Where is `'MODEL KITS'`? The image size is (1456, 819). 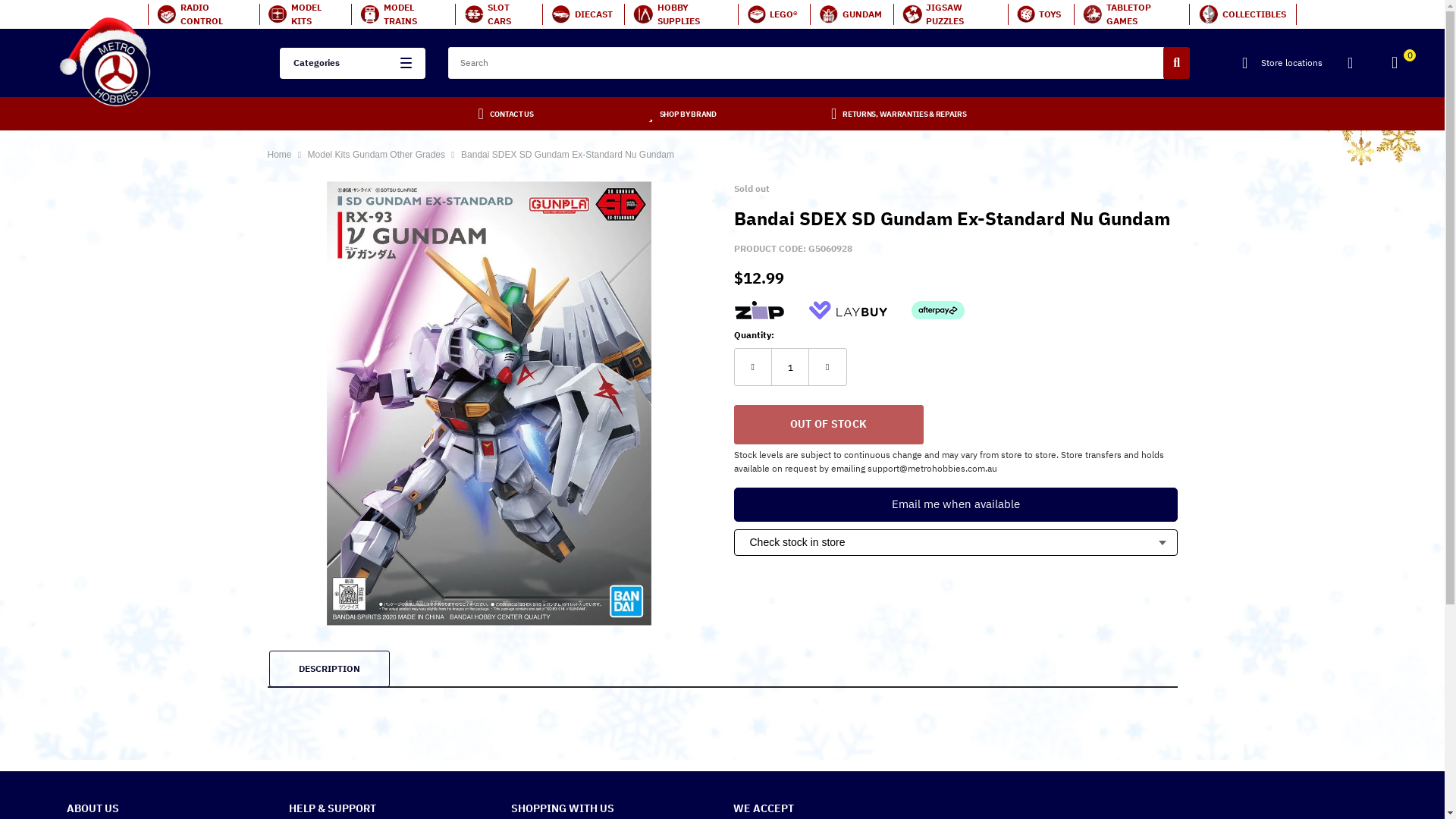
'MODEL KITS' is located at coordinates (304, 14).